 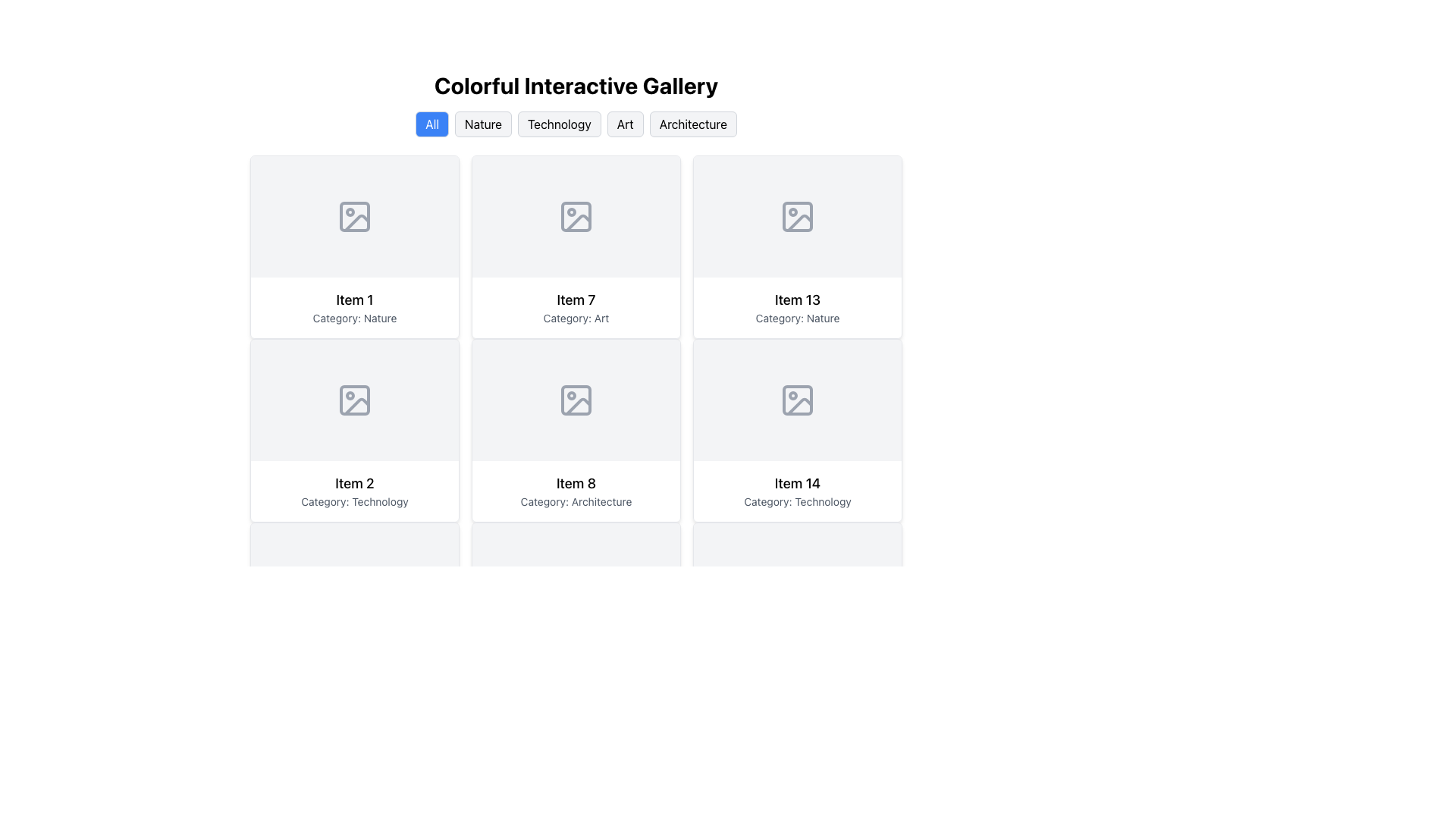 What do you see at coordinates (575, 216) in the screenshot?
I see `the Vector icon inside the card titled 'Item 7' with the subtitle 'Category: Art', which is the second item in the first row of the grid layout` at bounding box center [575, 216].